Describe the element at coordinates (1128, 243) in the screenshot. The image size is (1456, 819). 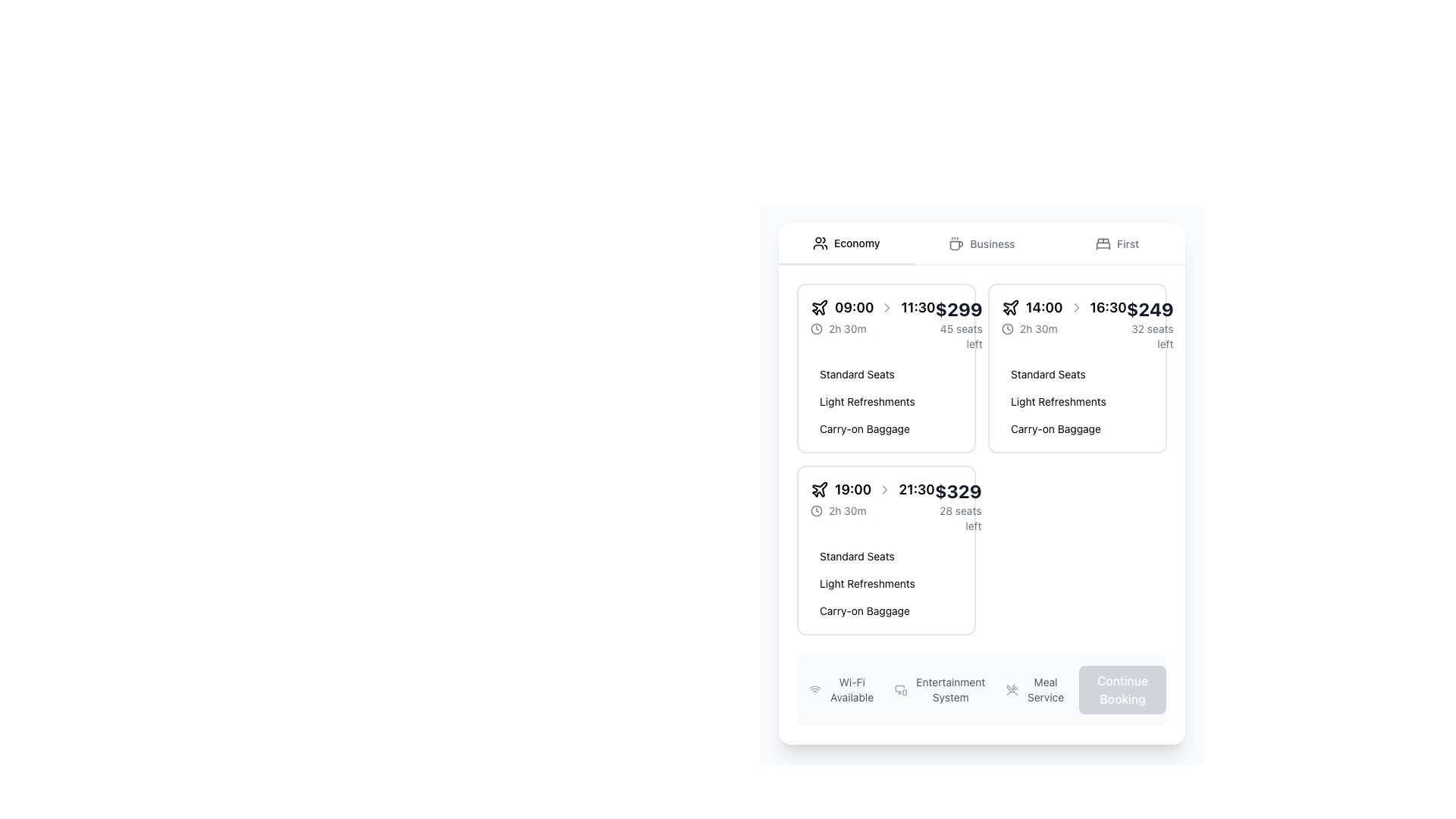
I see `the 'first' text label located in the top-right section of the interface, which is to the right of the bed icon` at that location.